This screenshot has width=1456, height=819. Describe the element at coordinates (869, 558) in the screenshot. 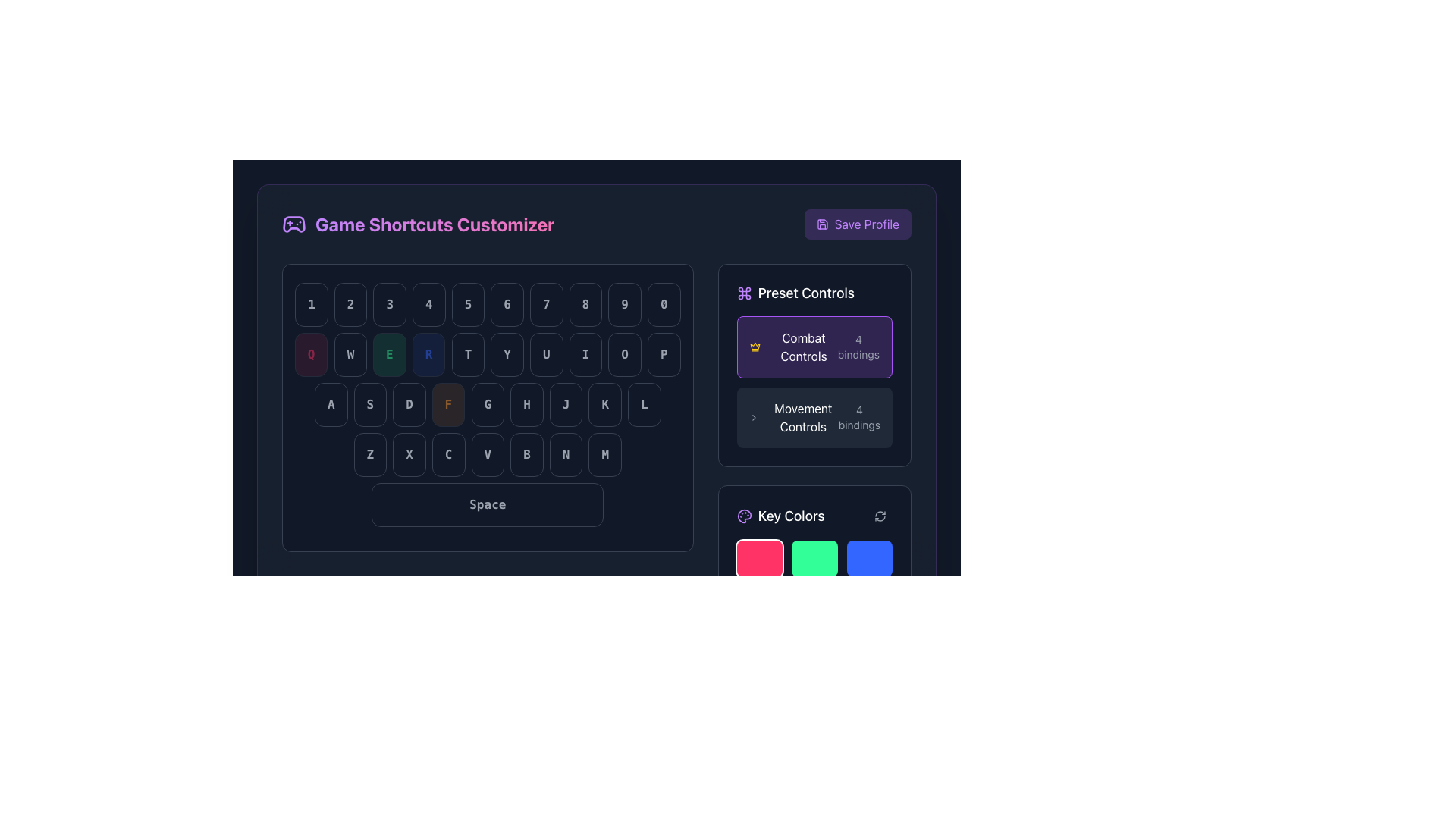

I see `the vibrant blue button with rounded corners located in the bottom-right corner of the 'Key Colors' grid to observe its hover effect` at that location.